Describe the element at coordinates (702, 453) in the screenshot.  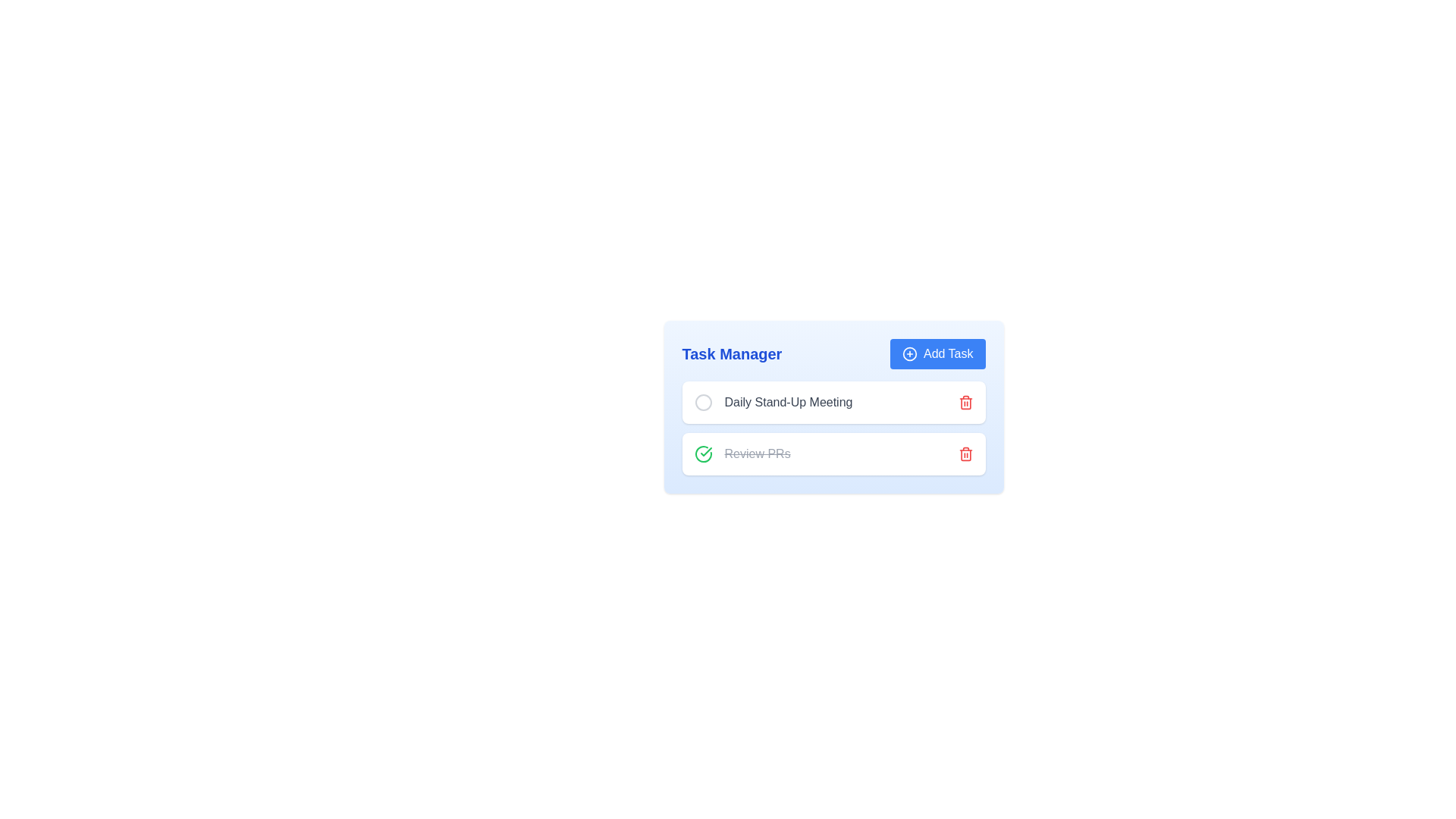
I see `the completed item icon located within the second task bar under the 'Task Manager' title, specifically on the left-hand side of the 'Review PRs' task` at that location.